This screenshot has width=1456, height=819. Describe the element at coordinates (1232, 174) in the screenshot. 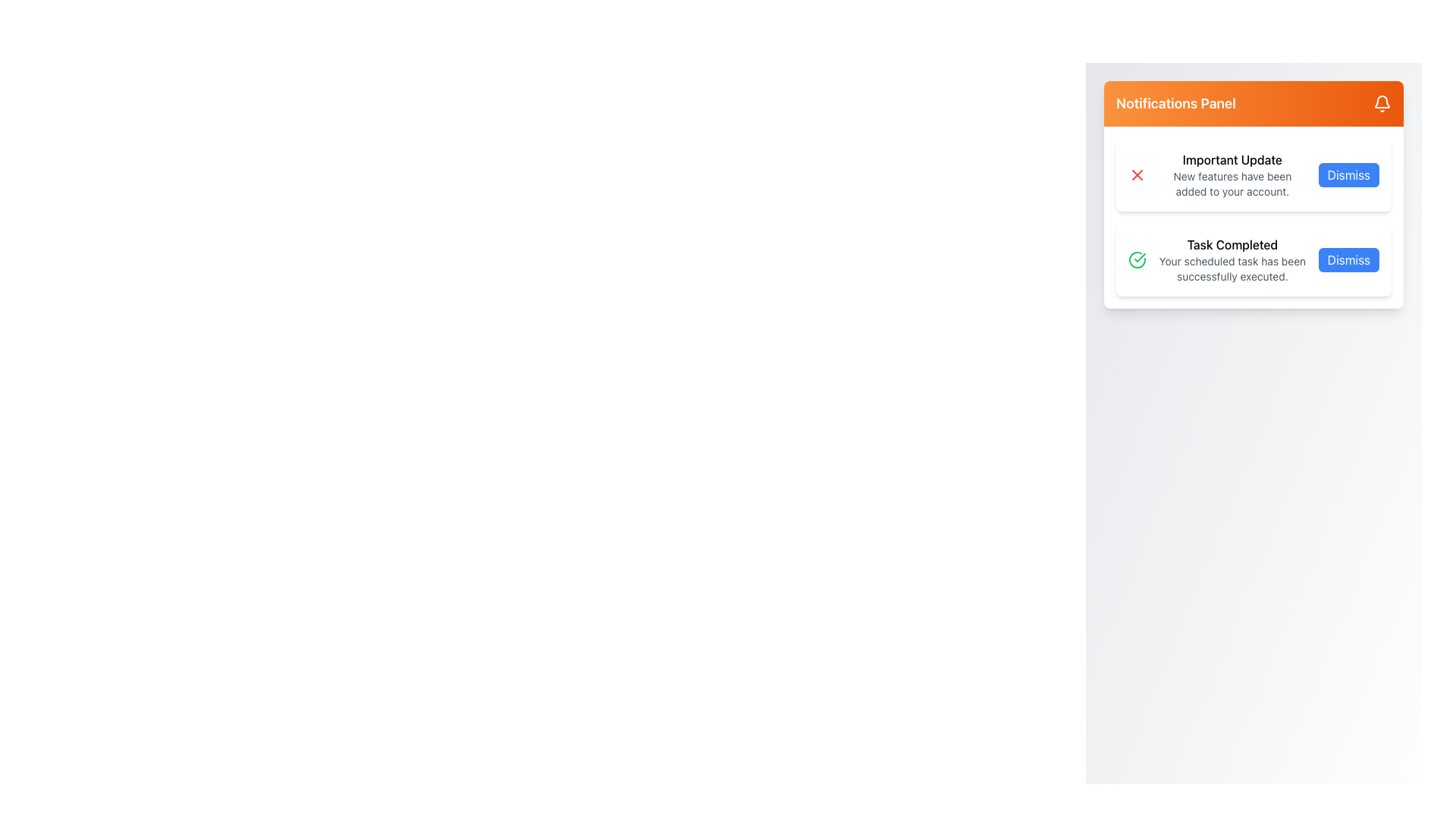

I see `the informational text component that contains a bold headline 'Important Update' and a smaller grayscale text stating 'New features have been added to your account.'` at that location.